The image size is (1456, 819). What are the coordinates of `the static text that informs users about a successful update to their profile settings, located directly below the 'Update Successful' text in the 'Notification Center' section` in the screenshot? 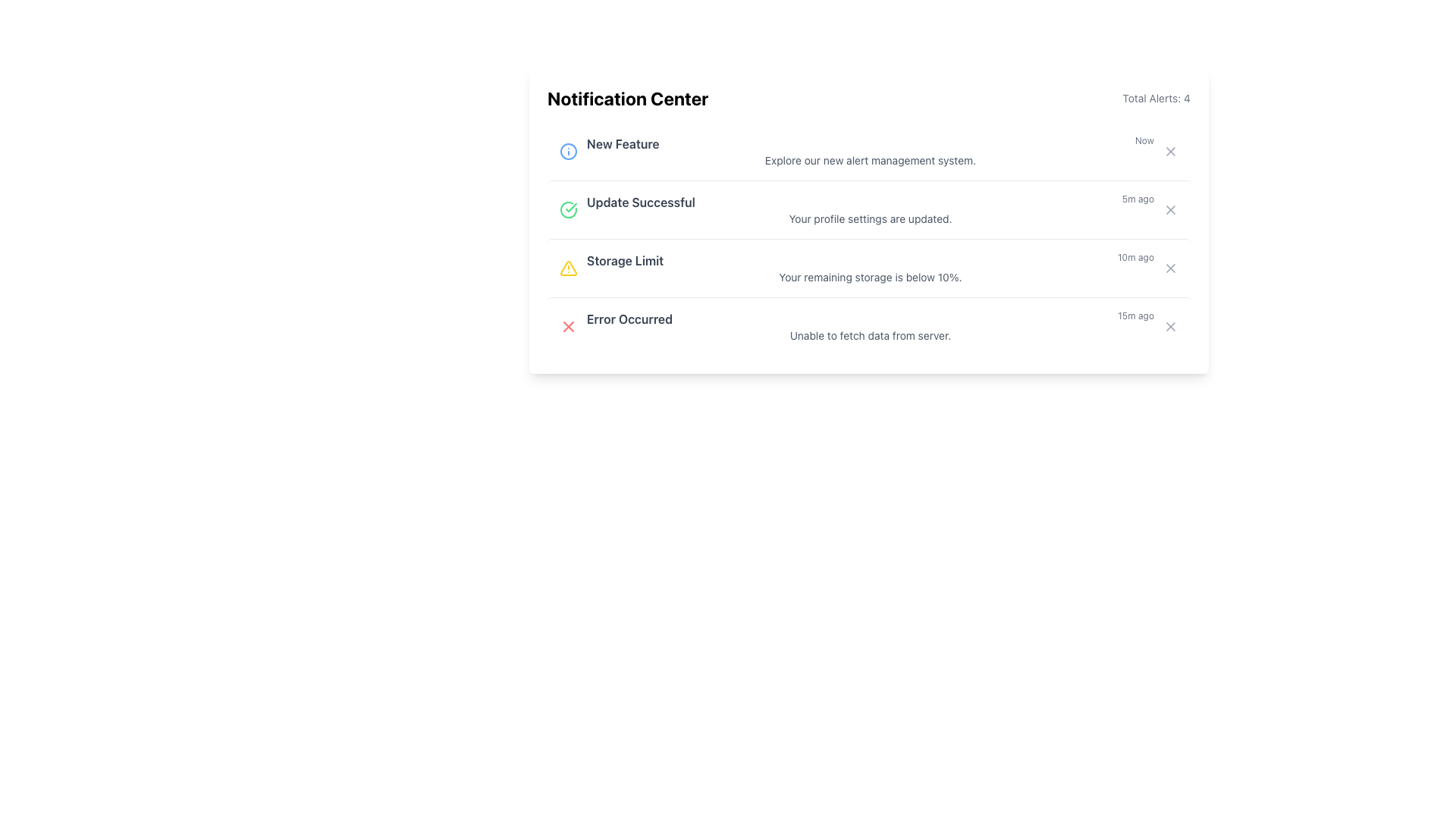 It's located at (870, 219).